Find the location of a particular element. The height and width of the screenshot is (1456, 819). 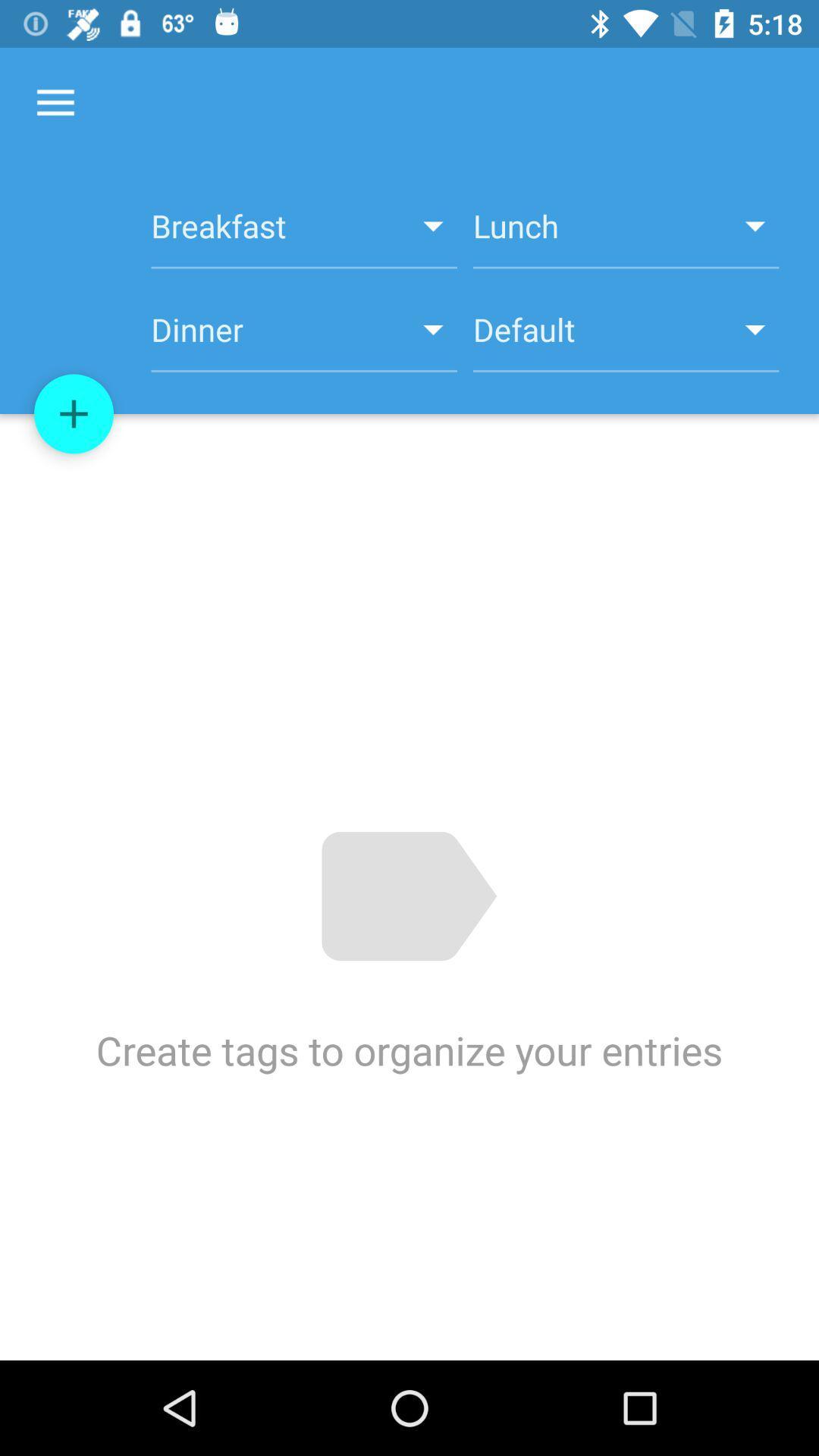

the item to the left of the default is located at coordinates (304, 337).